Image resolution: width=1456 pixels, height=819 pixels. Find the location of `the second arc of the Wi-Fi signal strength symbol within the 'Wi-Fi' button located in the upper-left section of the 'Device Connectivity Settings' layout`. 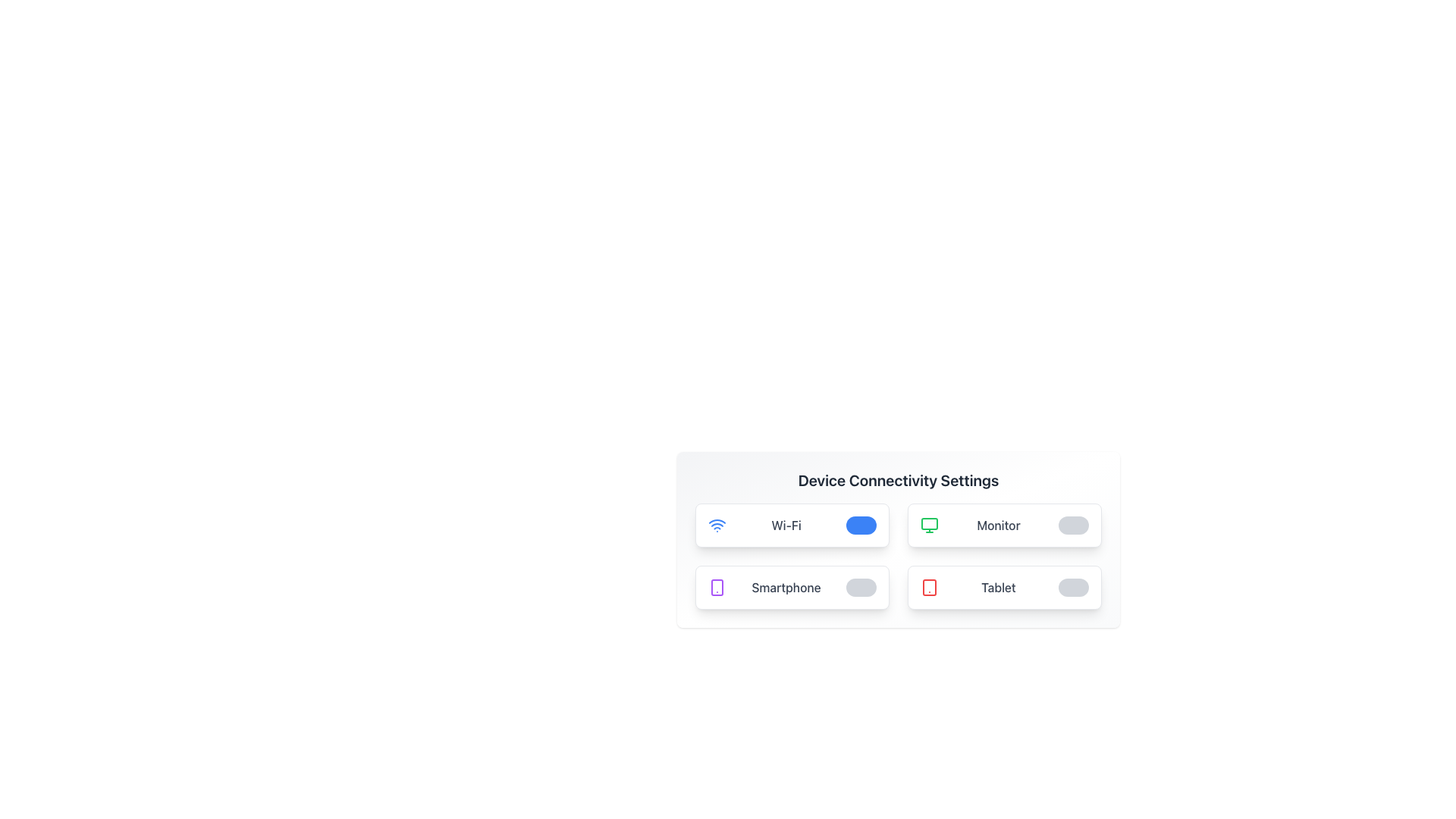

the second arc of the Wi-Fi signal strength symbol within the 'Wi-Fi' button located in the upper-left section of the 'Device Connectivity Settings' layout is located at coordinates (716, 519).